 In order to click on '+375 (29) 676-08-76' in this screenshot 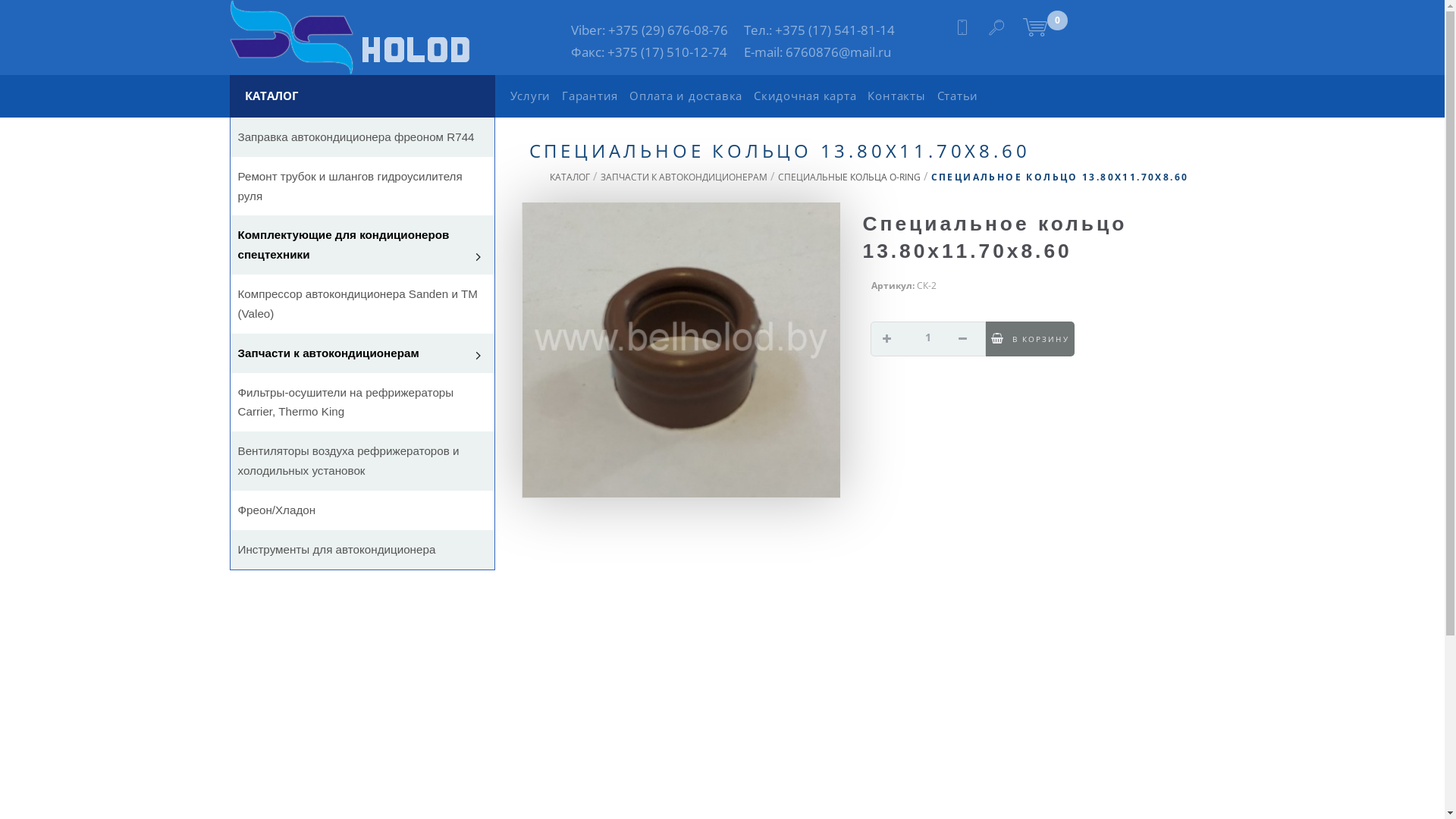, I will do `click(667, 30)`.